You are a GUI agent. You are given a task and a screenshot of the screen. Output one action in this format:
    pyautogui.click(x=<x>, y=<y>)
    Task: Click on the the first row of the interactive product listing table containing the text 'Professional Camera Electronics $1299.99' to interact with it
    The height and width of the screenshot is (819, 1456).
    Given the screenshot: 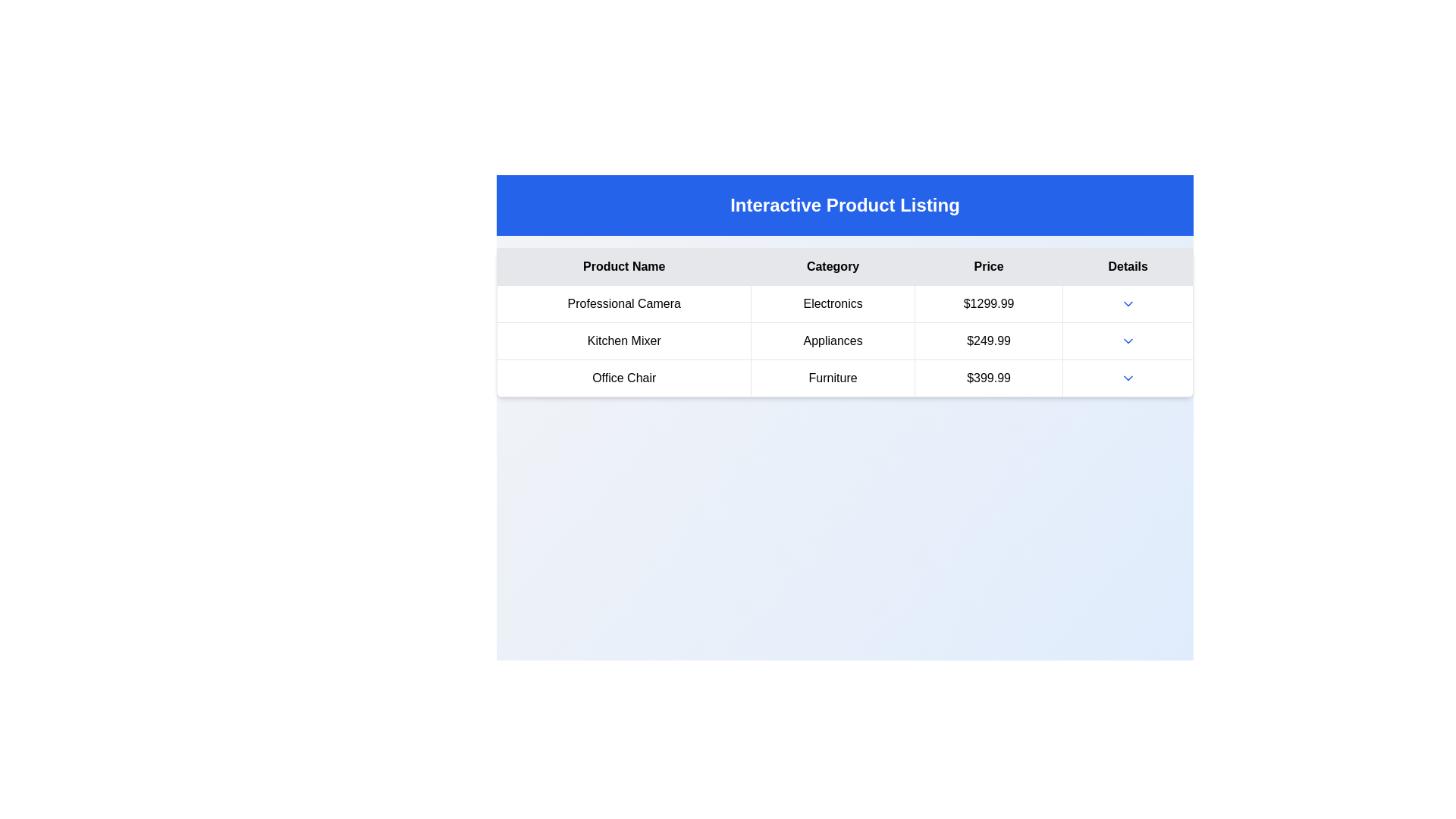 What is the action you would take?
    pyautogui.click(x=844, y=304)
    